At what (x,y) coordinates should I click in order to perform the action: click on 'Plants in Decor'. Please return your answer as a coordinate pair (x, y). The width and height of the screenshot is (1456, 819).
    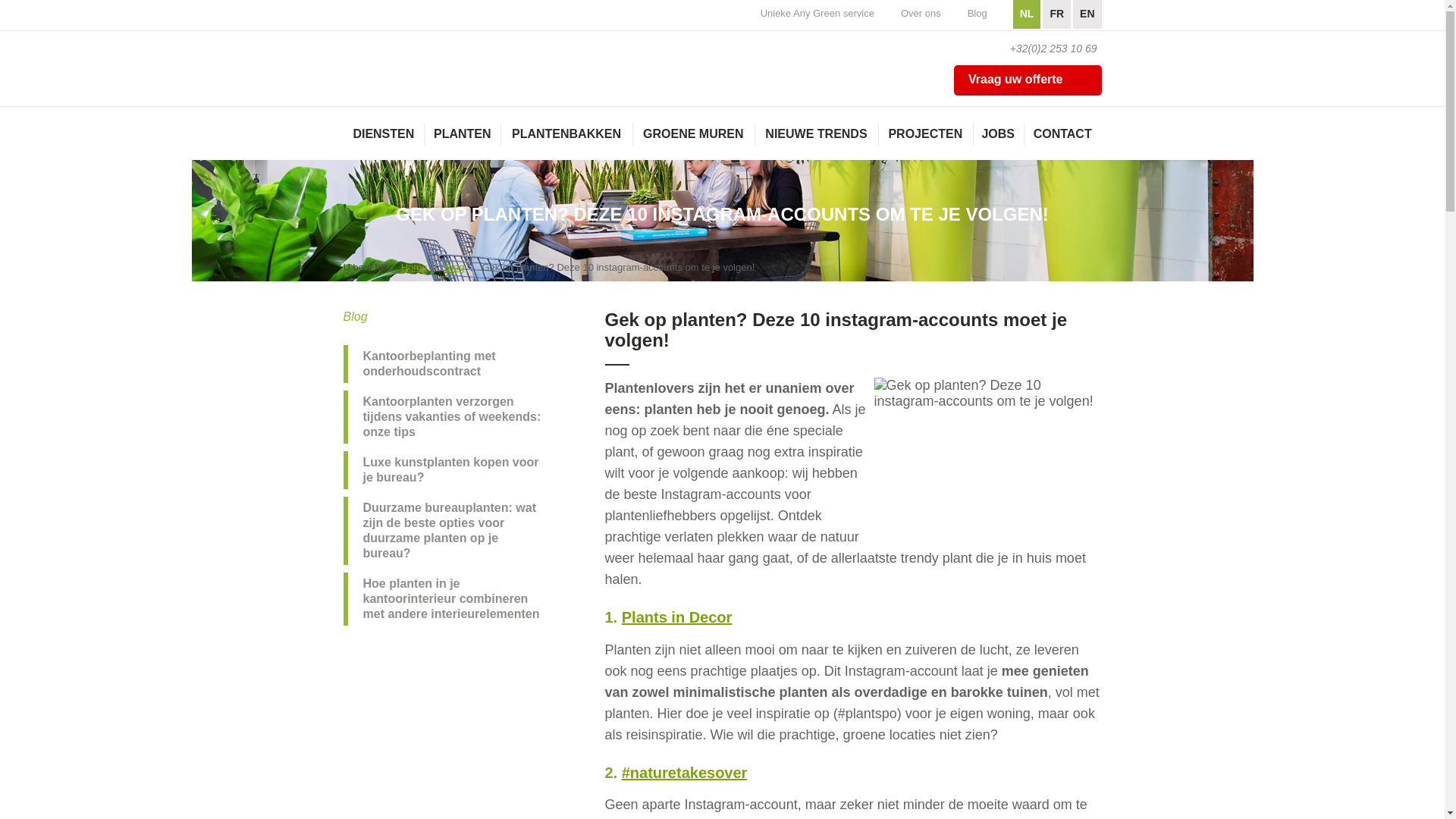
    Looking at the image, I should click on (676, 617).